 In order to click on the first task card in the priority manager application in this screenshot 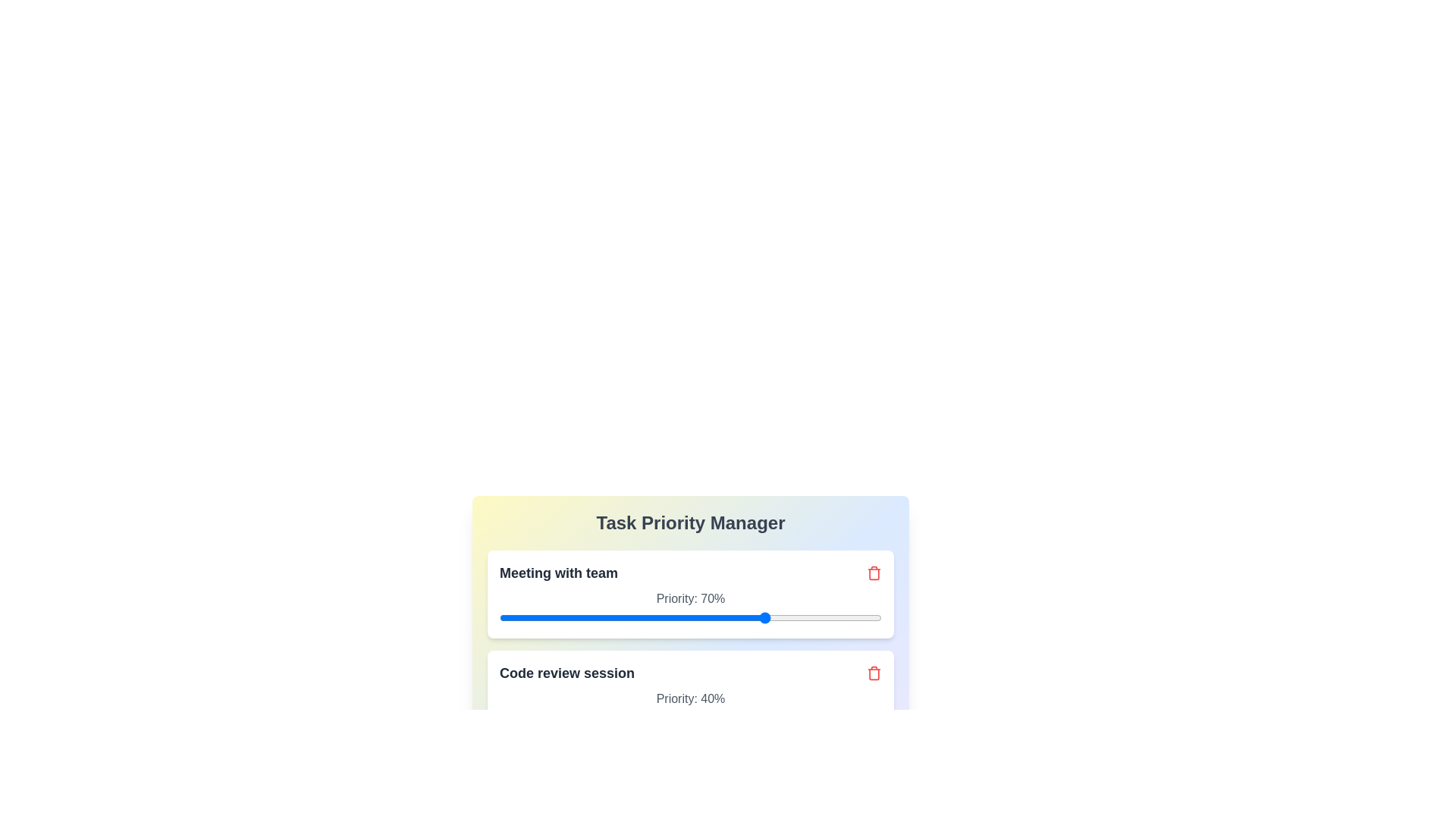, I will do `click(690, 593)`.